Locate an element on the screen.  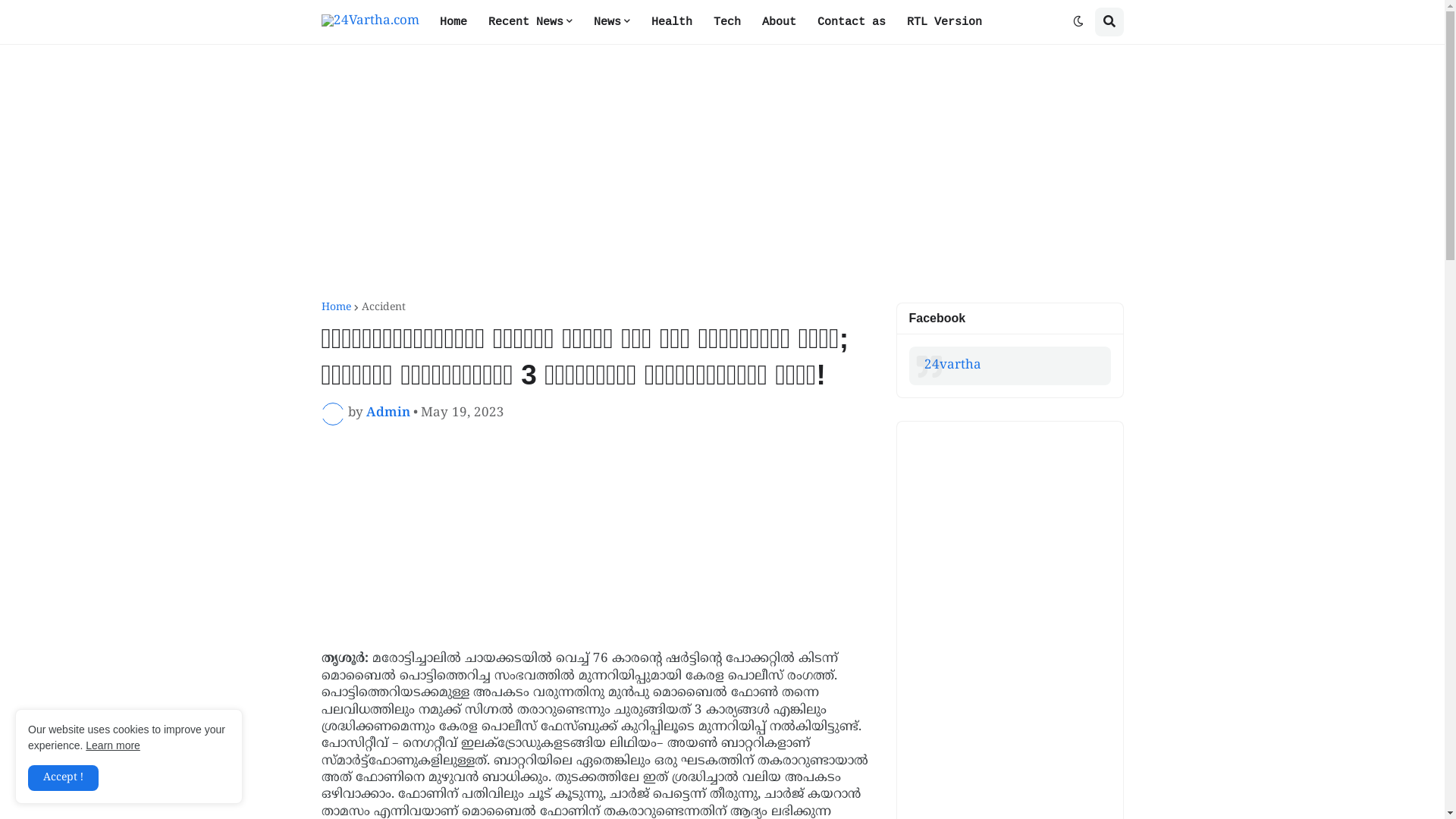
'24vartha' is located at coordinates (951, 366).